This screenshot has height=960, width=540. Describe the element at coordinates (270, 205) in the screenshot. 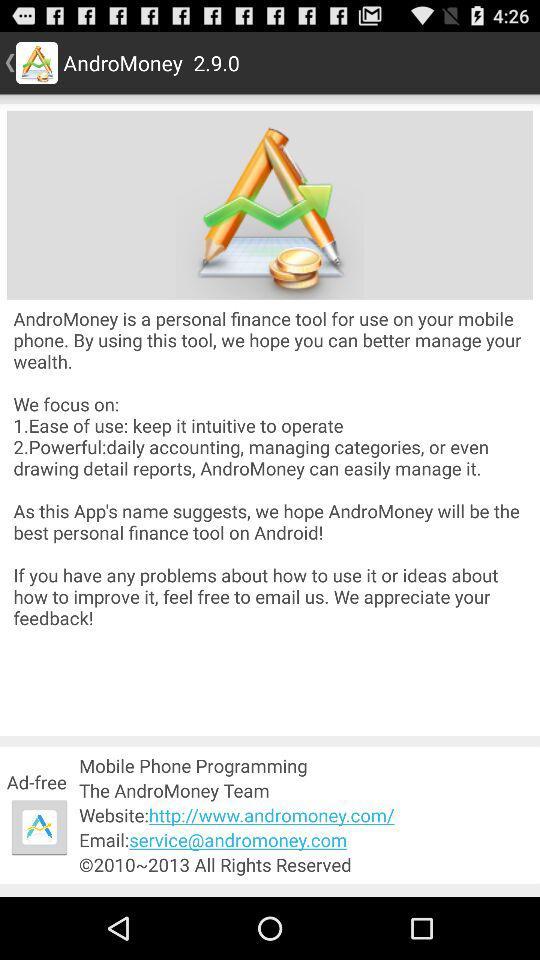

I see `the company option` at that location.